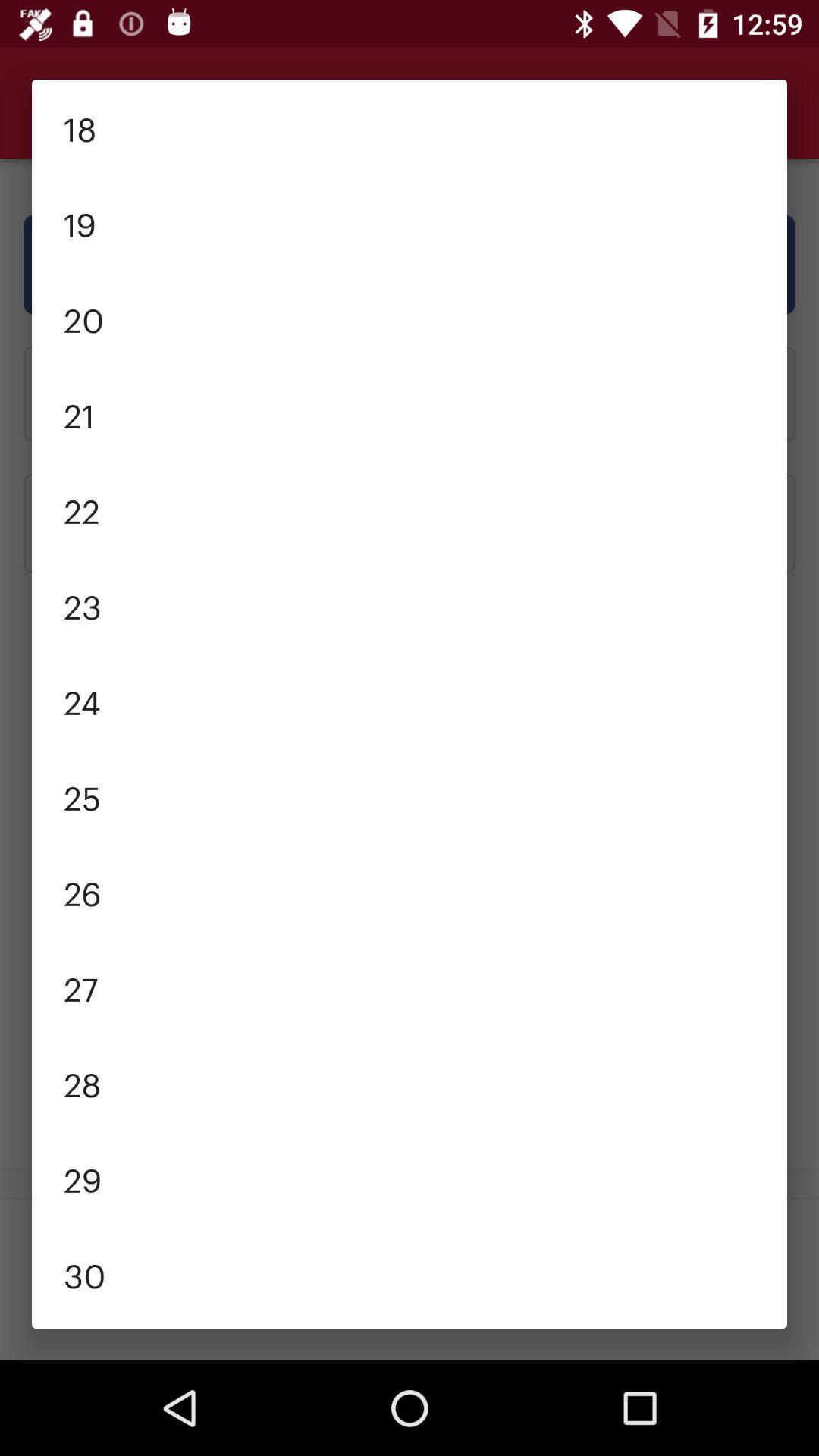 This screenshot has height=1456, width=819. I want to click on the item above the 26 item, so click(409, 795).